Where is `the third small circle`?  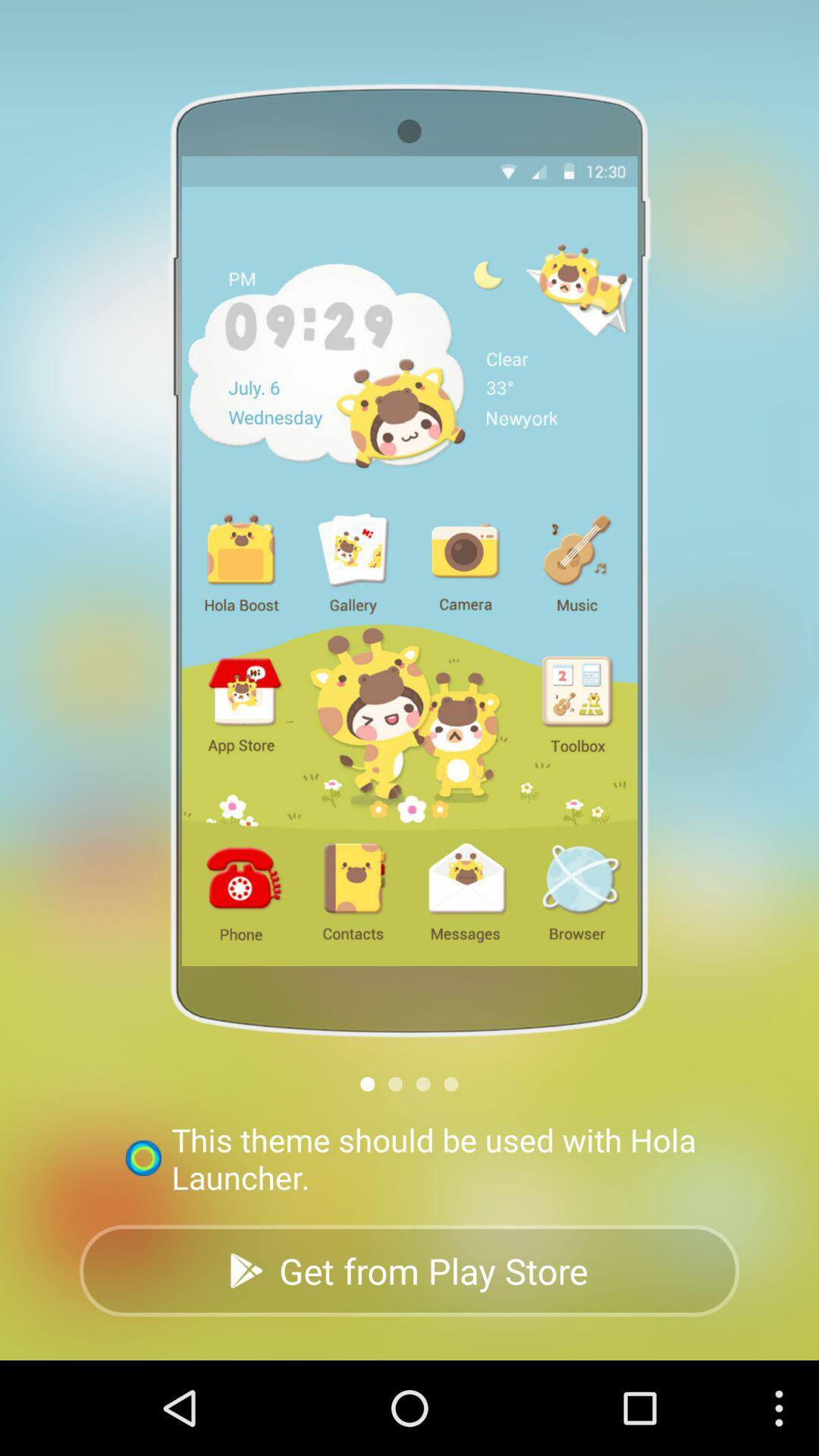 the third small circle is located at coordinates (423, 1083).